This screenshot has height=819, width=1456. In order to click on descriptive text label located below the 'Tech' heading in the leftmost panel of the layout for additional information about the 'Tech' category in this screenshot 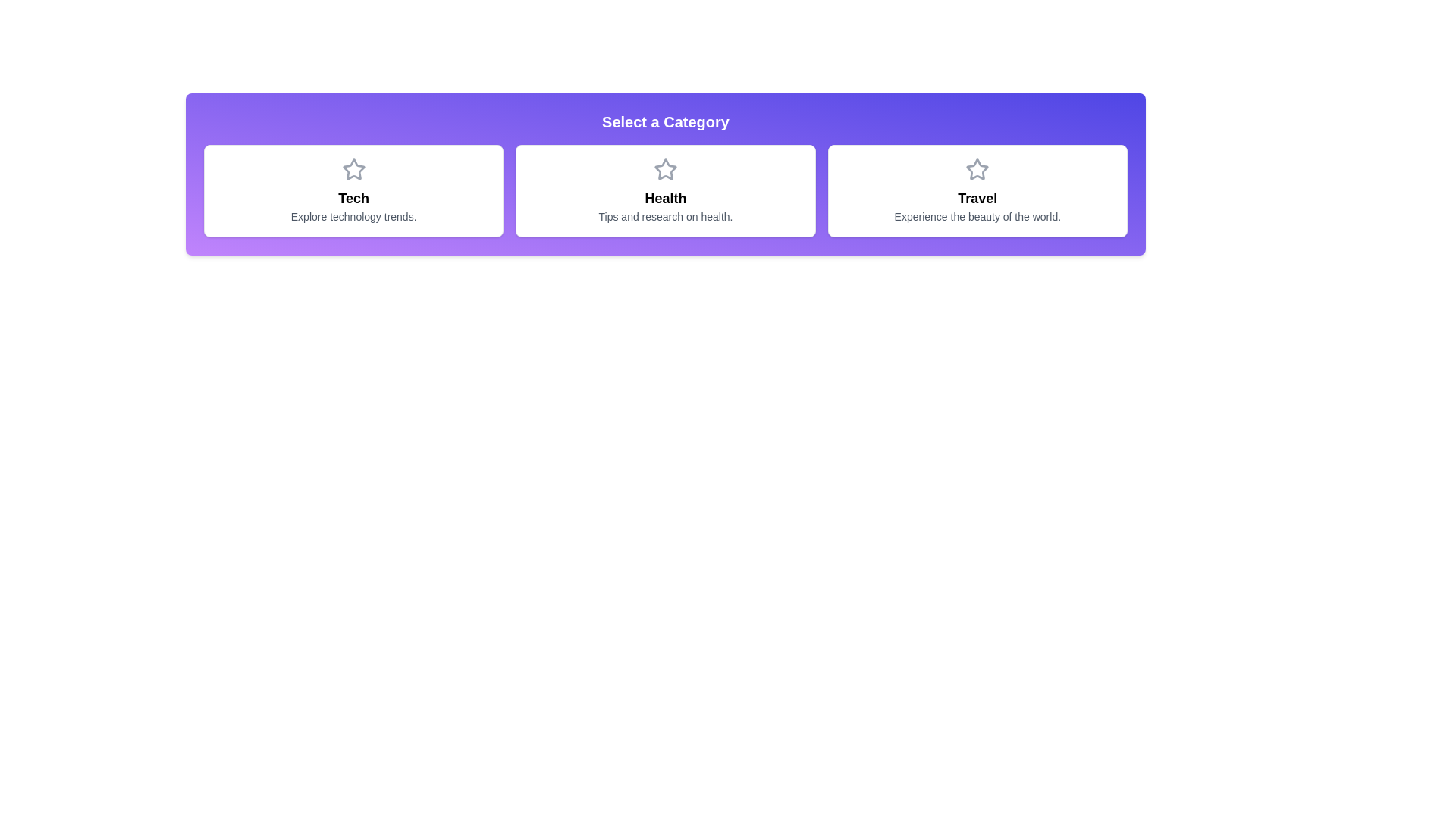, I will do `click(353, 216)`.